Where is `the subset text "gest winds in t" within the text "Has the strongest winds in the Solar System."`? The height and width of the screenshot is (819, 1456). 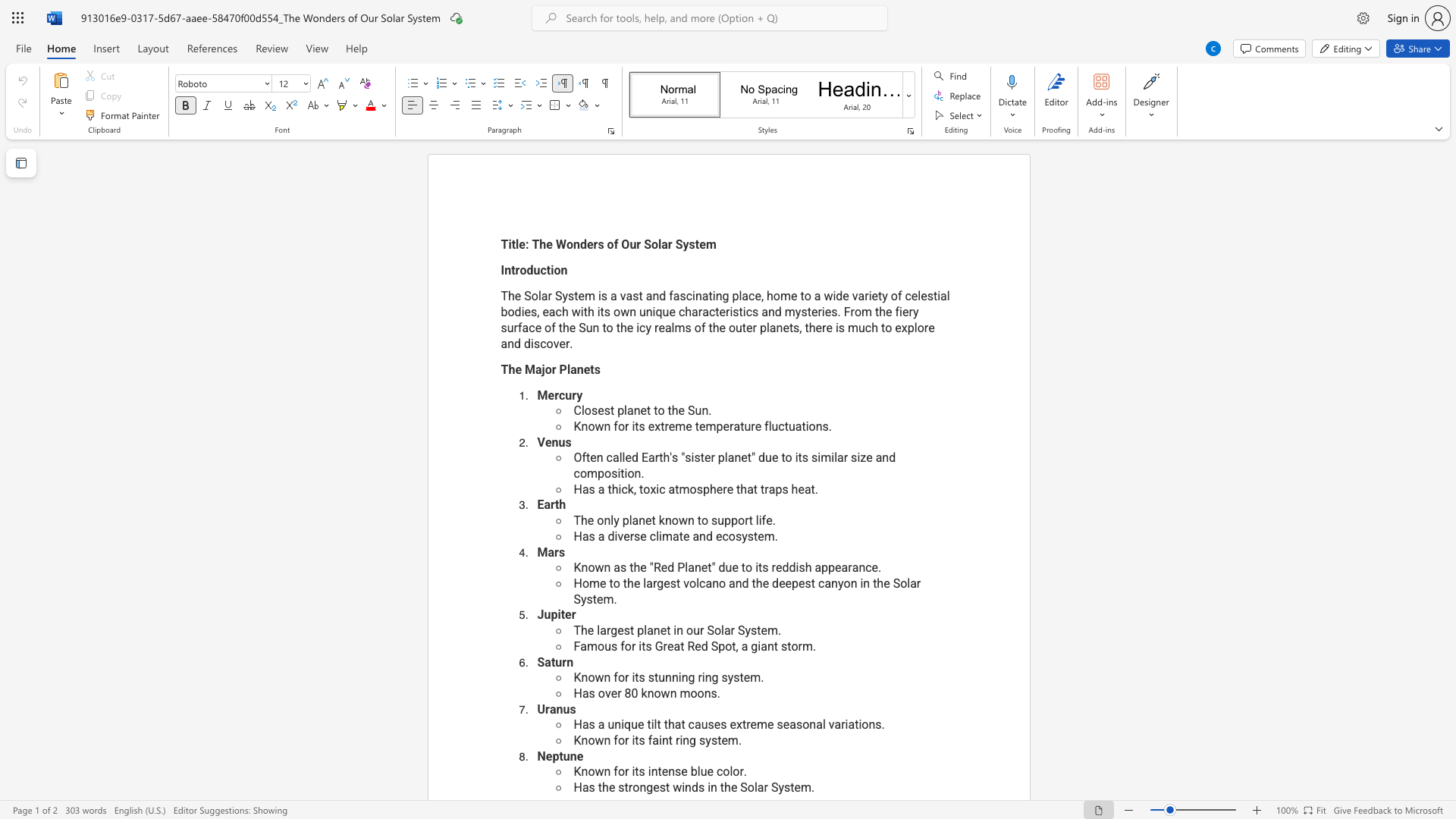
the subset text "gest winds in t" within the text "Has the strongest winds in the Solar System." is located at coordinates (646, 786).